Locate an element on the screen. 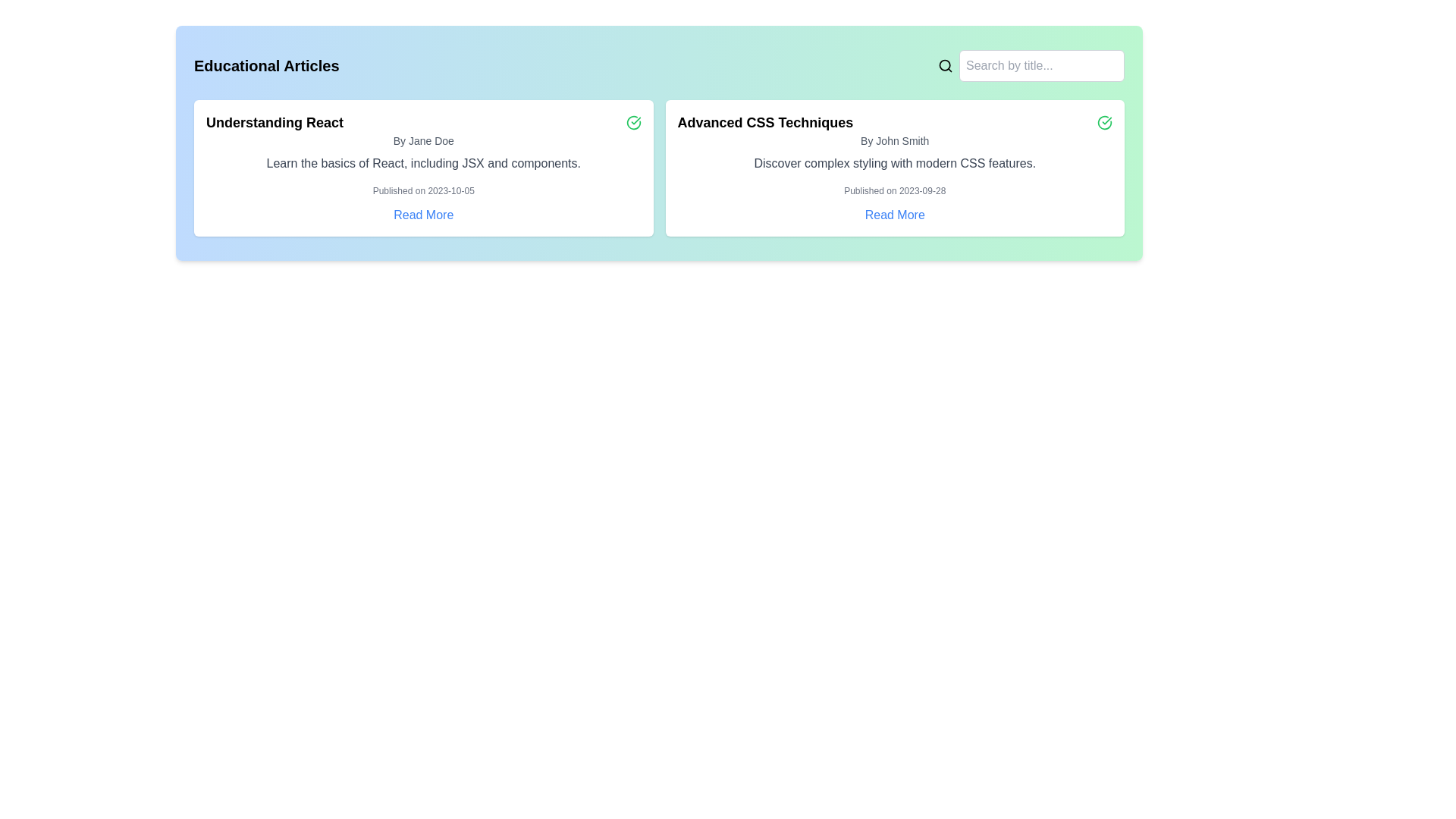 Image resolution: width=1456 pixels, height=819 pixels. the blue interactive text link labeled 'Read More' is located at coordinates (895, 215).